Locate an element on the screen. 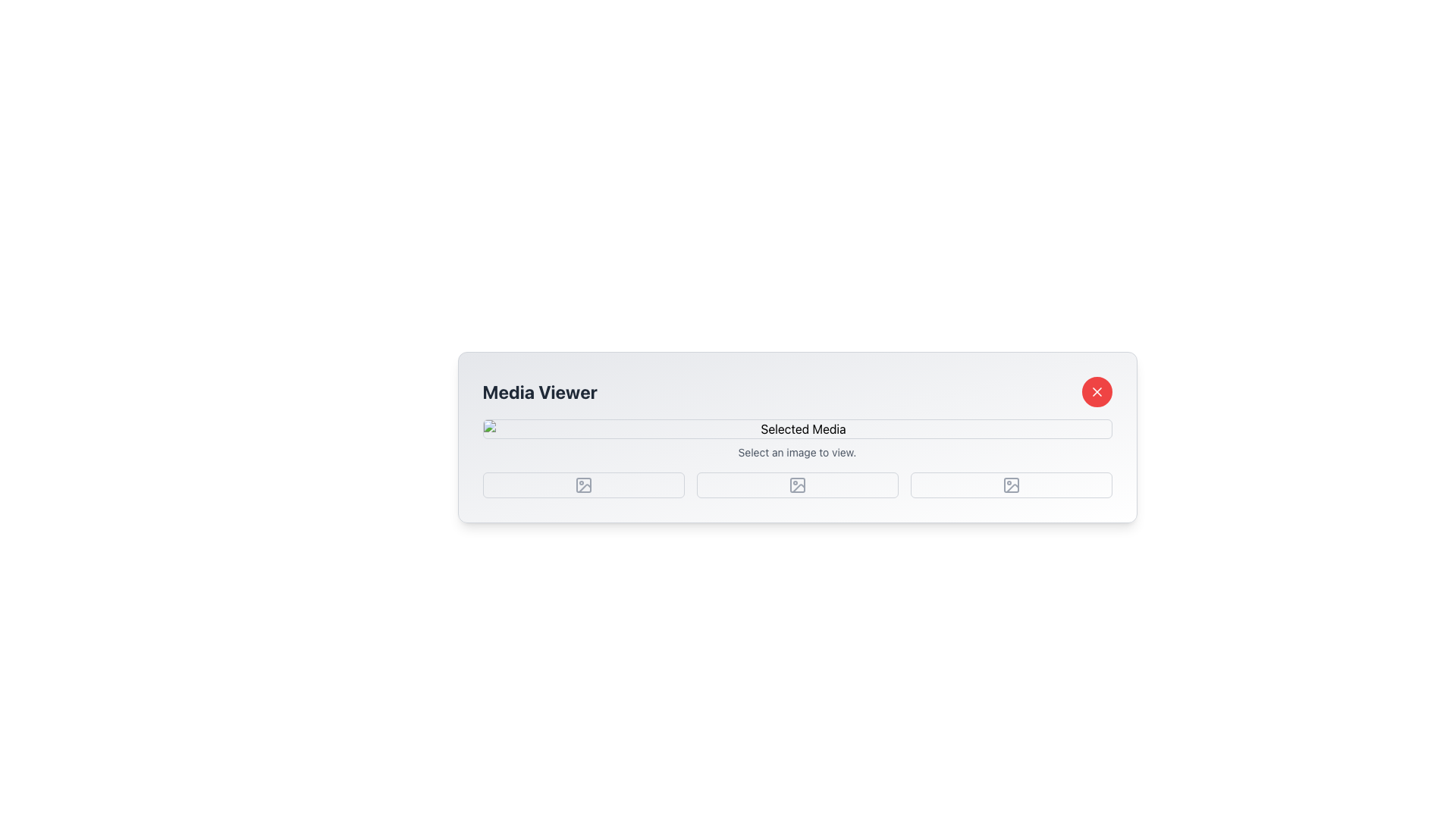  the media upload button located in the bottom left section of the interface, which is the first button in a horizontal arrangement of three similar buttons is located at coordinates (582, 485).